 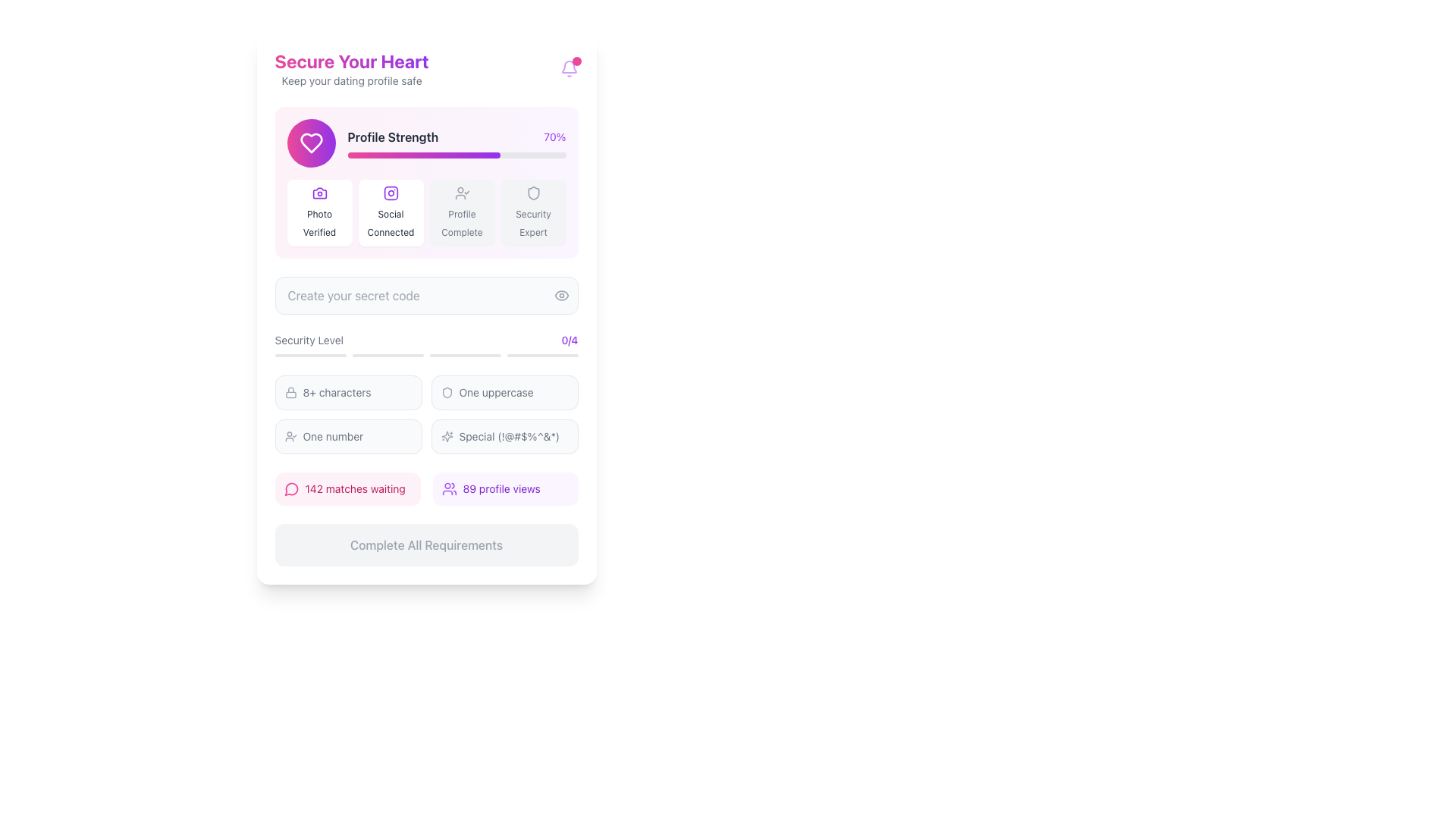 I want to click on the icon associated with the matches section, located to the left of the '142 matches waiting' text in the lower portion of the interface, so click(x=291, y=488).